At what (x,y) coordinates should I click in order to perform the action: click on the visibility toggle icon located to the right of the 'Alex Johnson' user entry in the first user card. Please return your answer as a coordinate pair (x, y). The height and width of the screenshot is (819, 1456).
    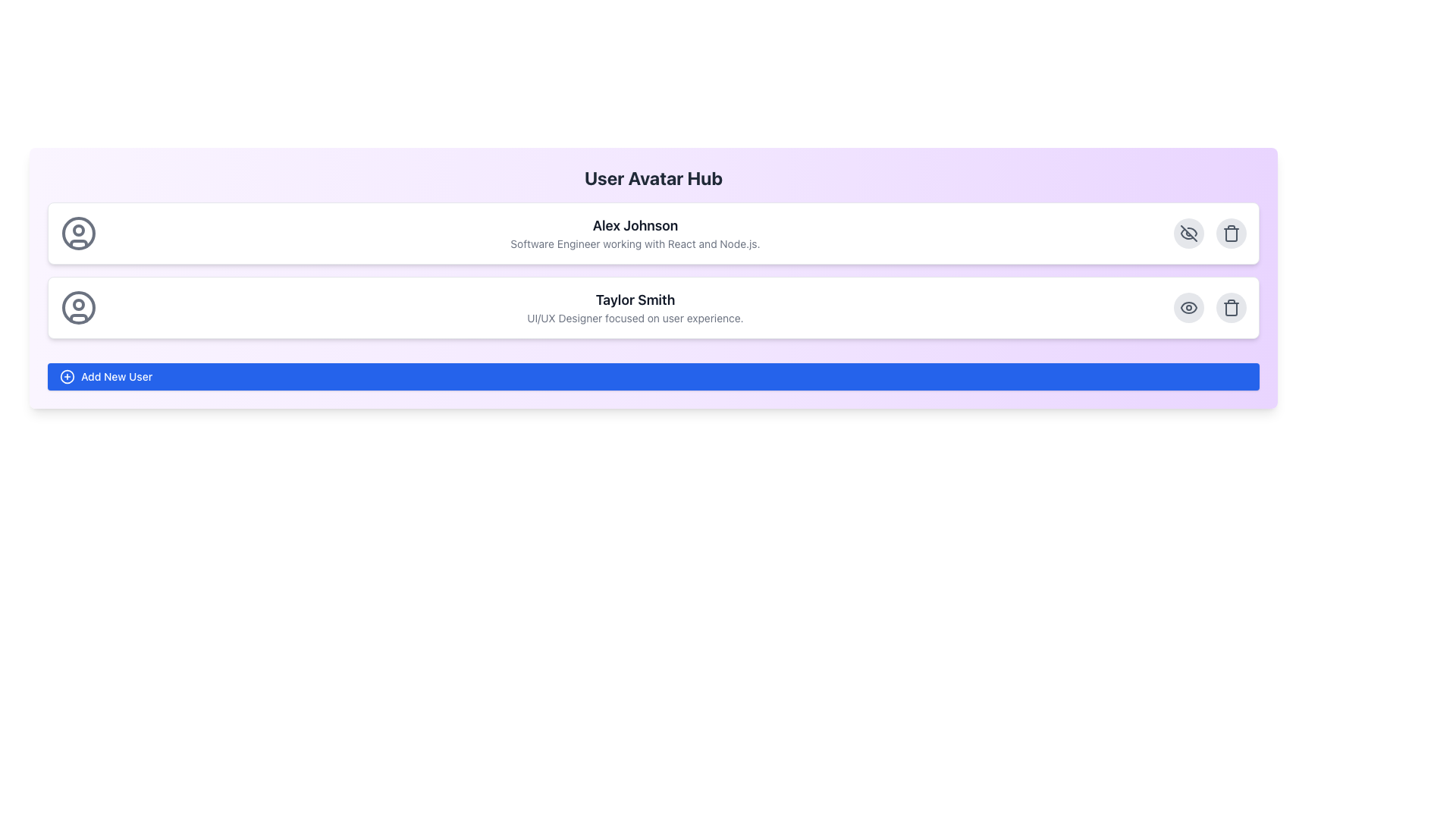
    Looking at the image, I should click on (1188, 234).